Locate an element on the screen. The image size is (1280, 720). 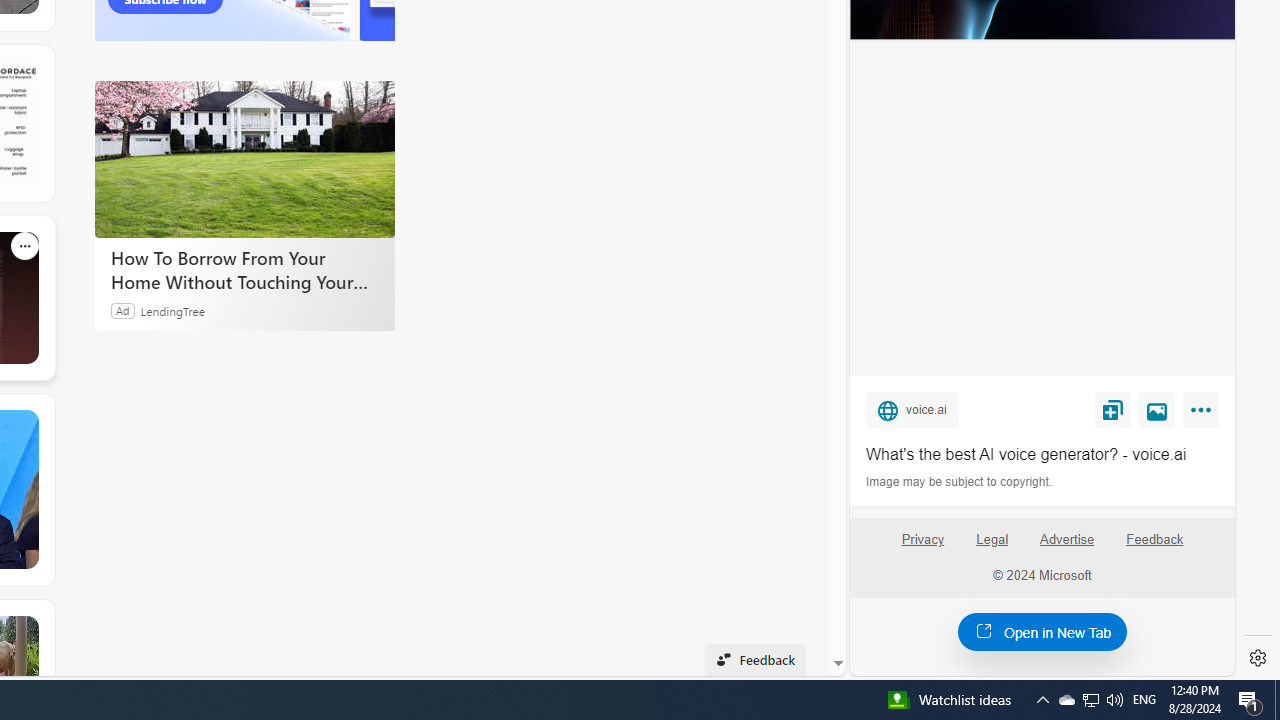
'Privacy' is located at coordinates (921, 538).